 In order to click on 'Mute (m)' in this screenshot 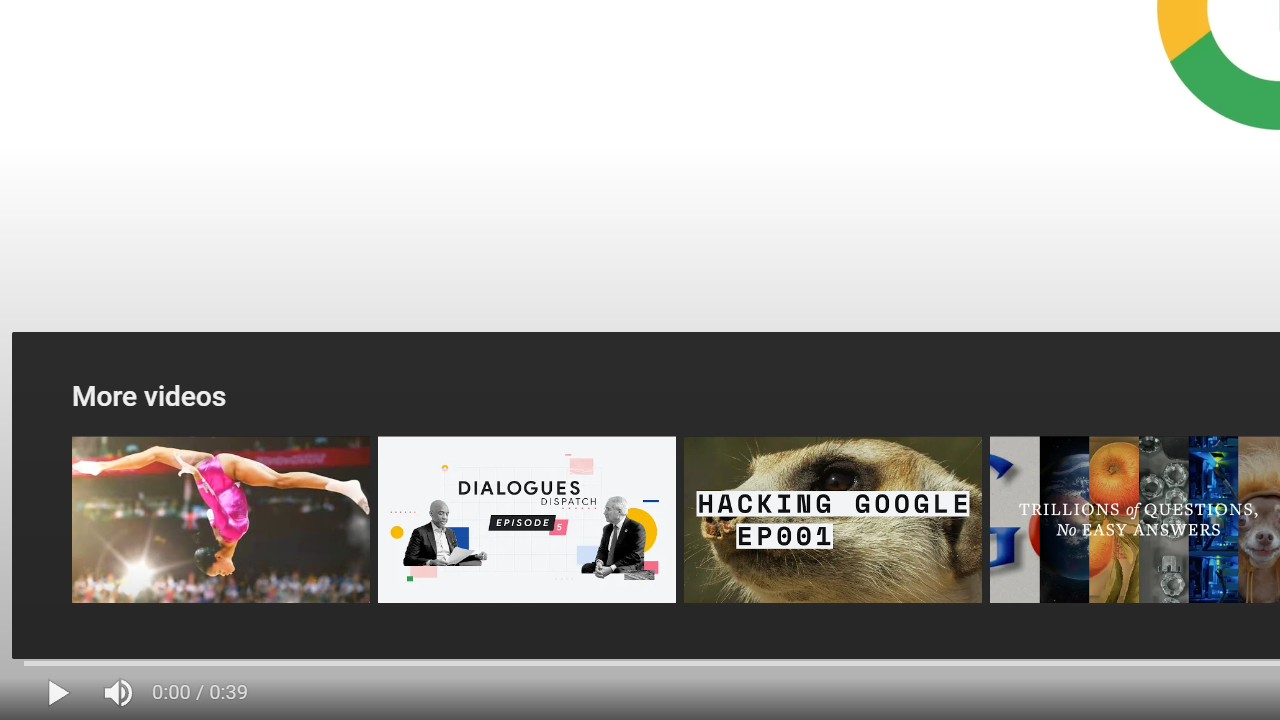, I will do `click(119, 692)`.